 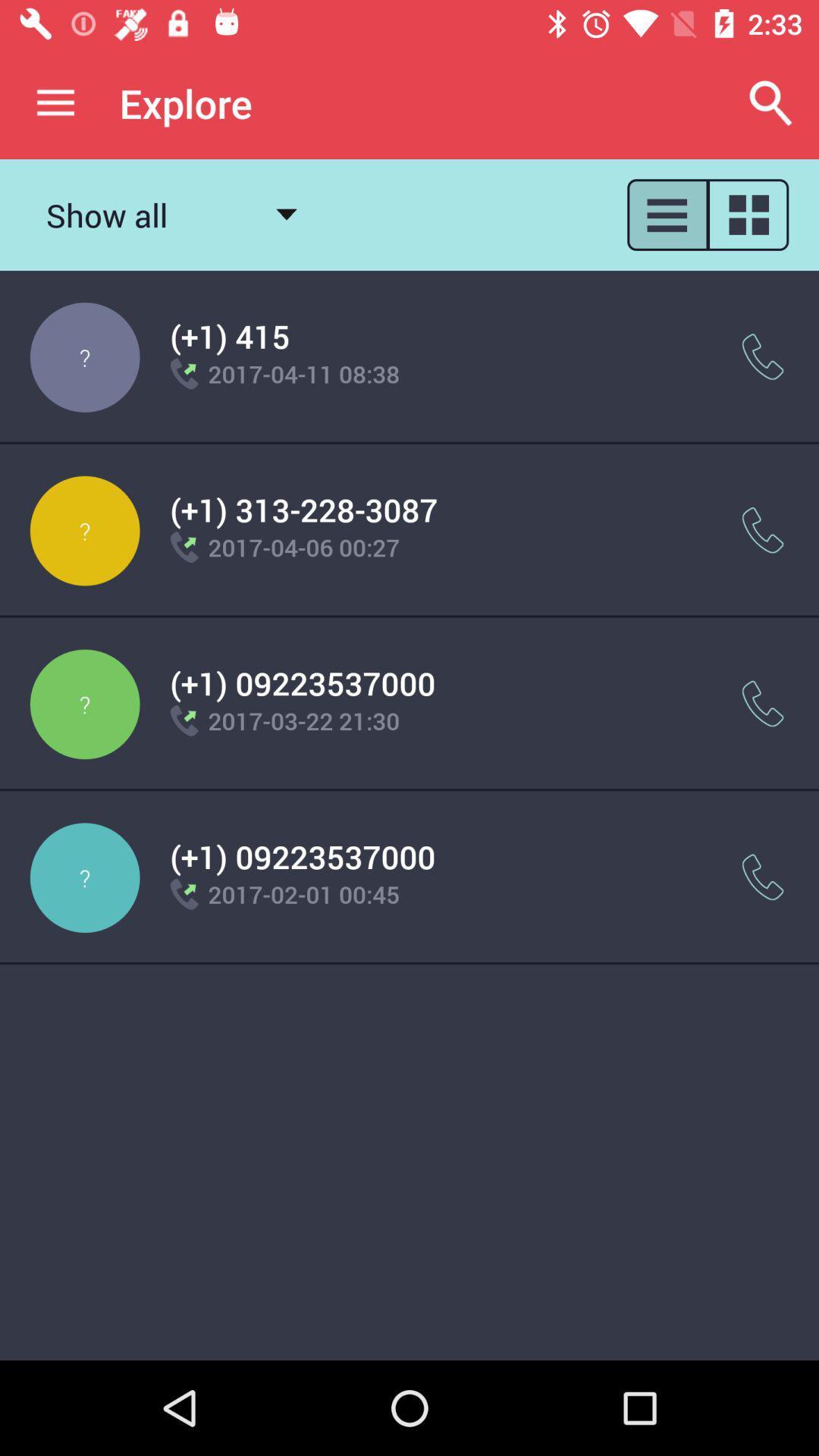 I want to click on call, so click(x=763, y=530).